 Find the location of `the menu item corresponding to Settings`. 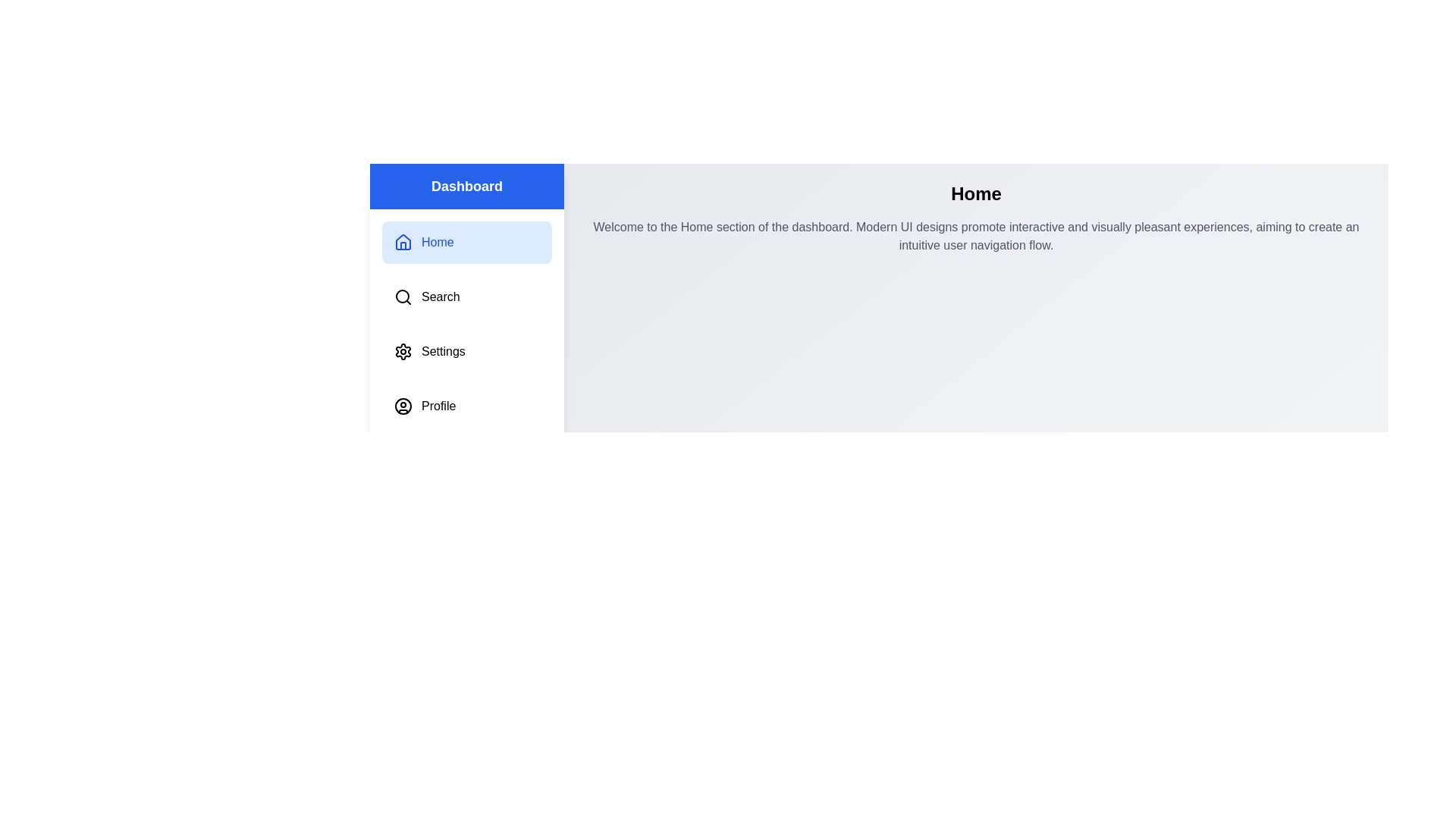

the menu item corresponding to Settings is located at coordinates (466, 351).